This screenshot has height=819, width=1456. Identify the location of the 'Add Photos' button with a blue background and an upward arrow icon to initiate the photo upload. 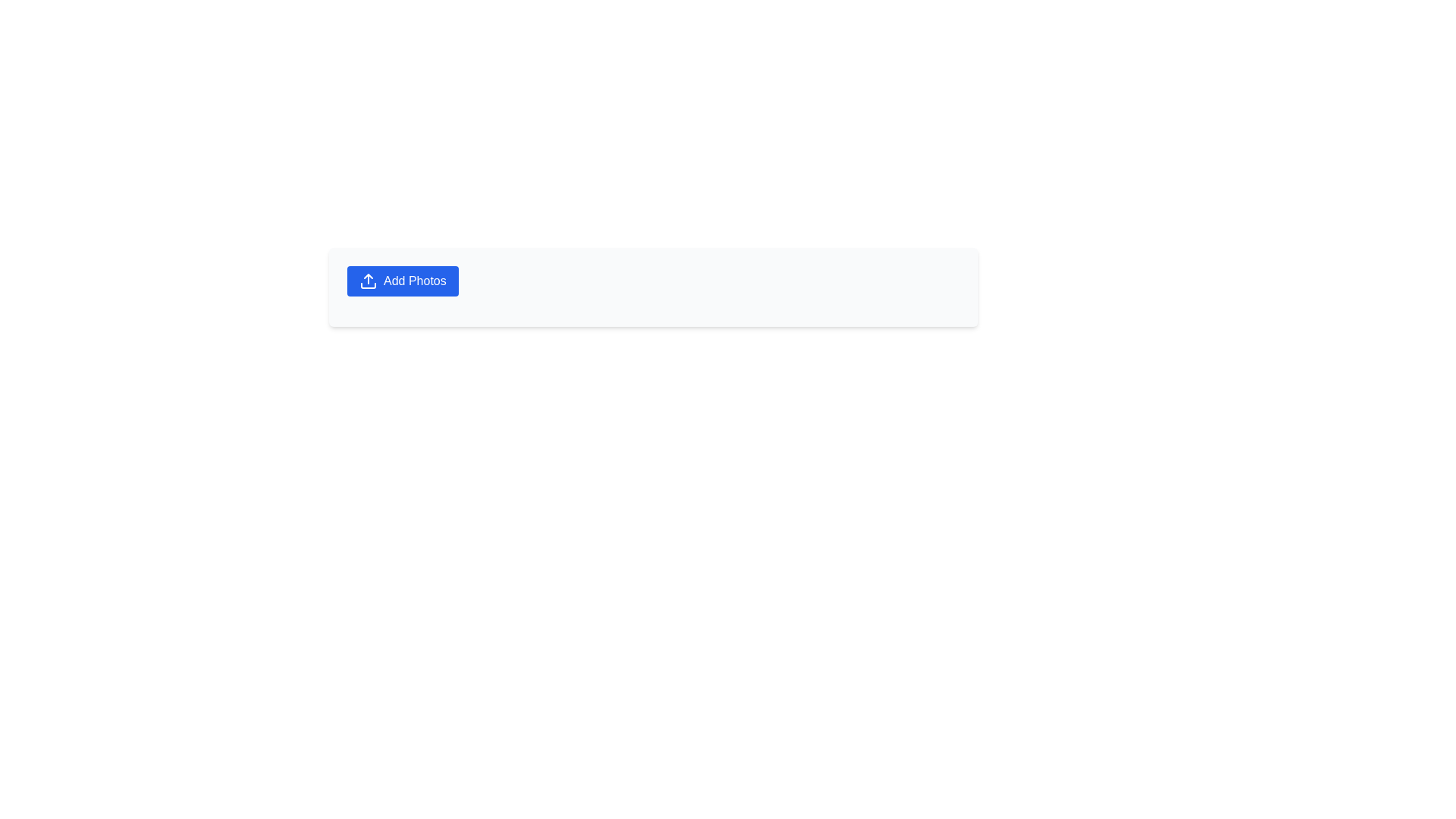
(403, 281).